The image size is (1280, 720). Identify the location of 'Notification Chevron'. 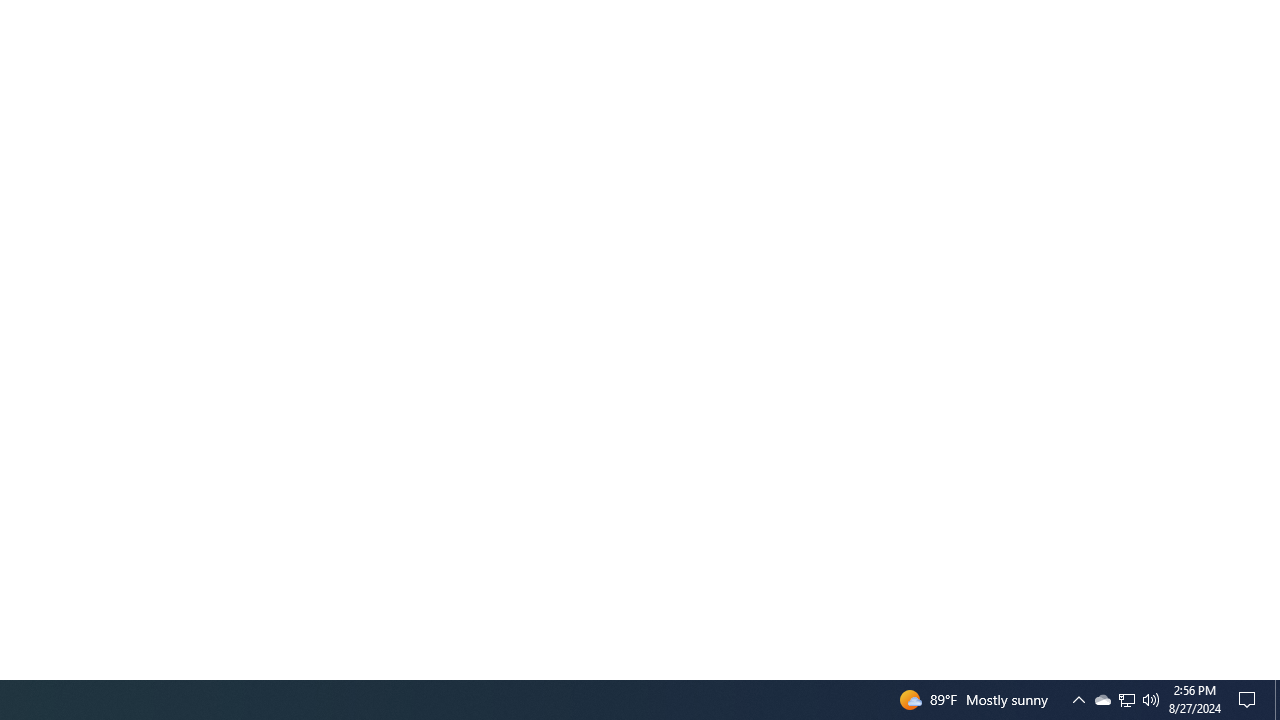
(1078, 698).